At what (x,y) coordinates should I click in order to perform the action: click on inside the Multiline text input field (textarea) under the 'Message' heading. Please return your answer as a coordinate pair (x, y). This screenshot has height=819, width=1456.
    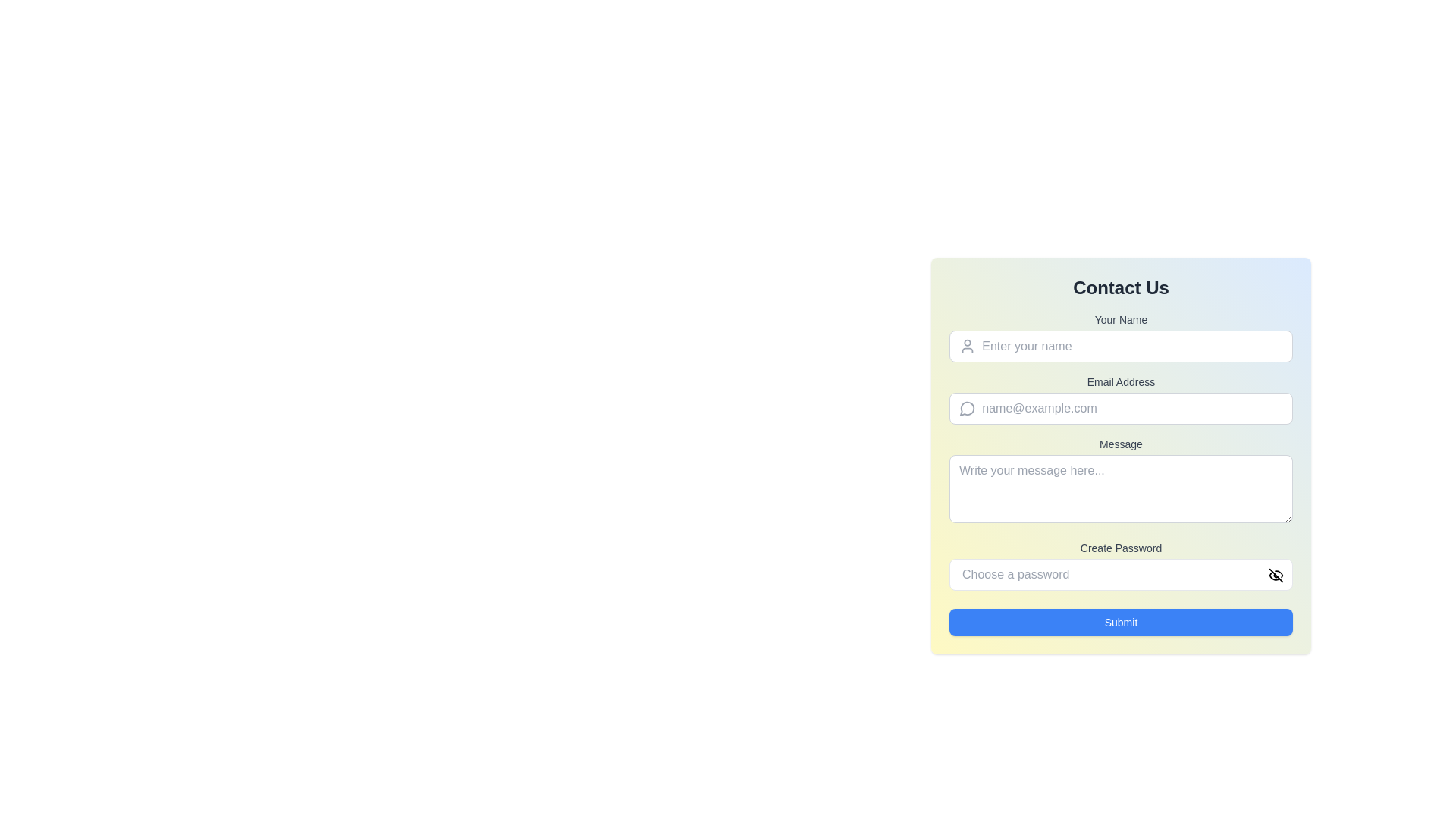
    Looking at the image, I should click on (1121, 455).